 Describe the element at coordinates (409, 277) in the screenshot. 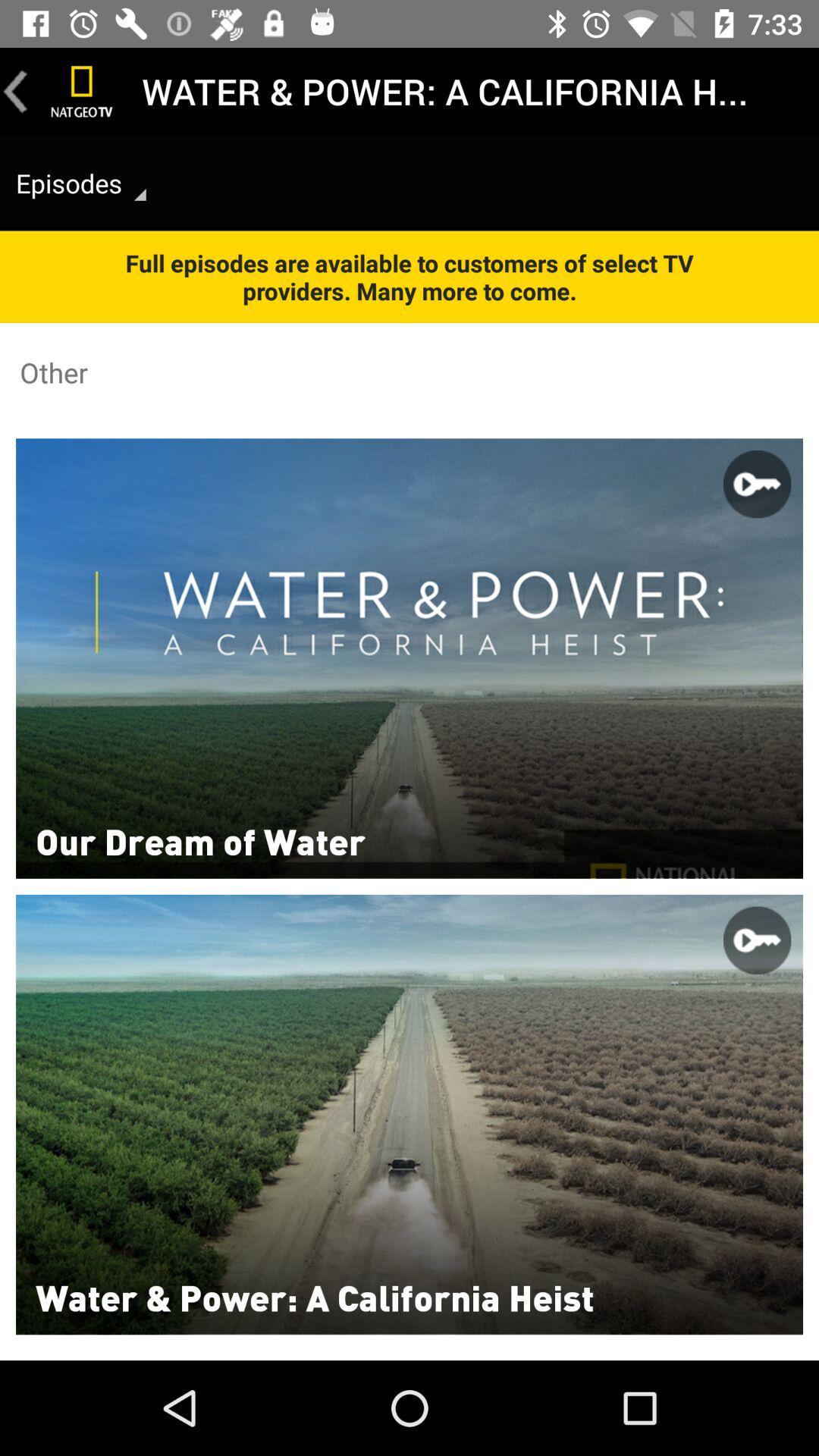

I see `full episodes are icon` at that location.